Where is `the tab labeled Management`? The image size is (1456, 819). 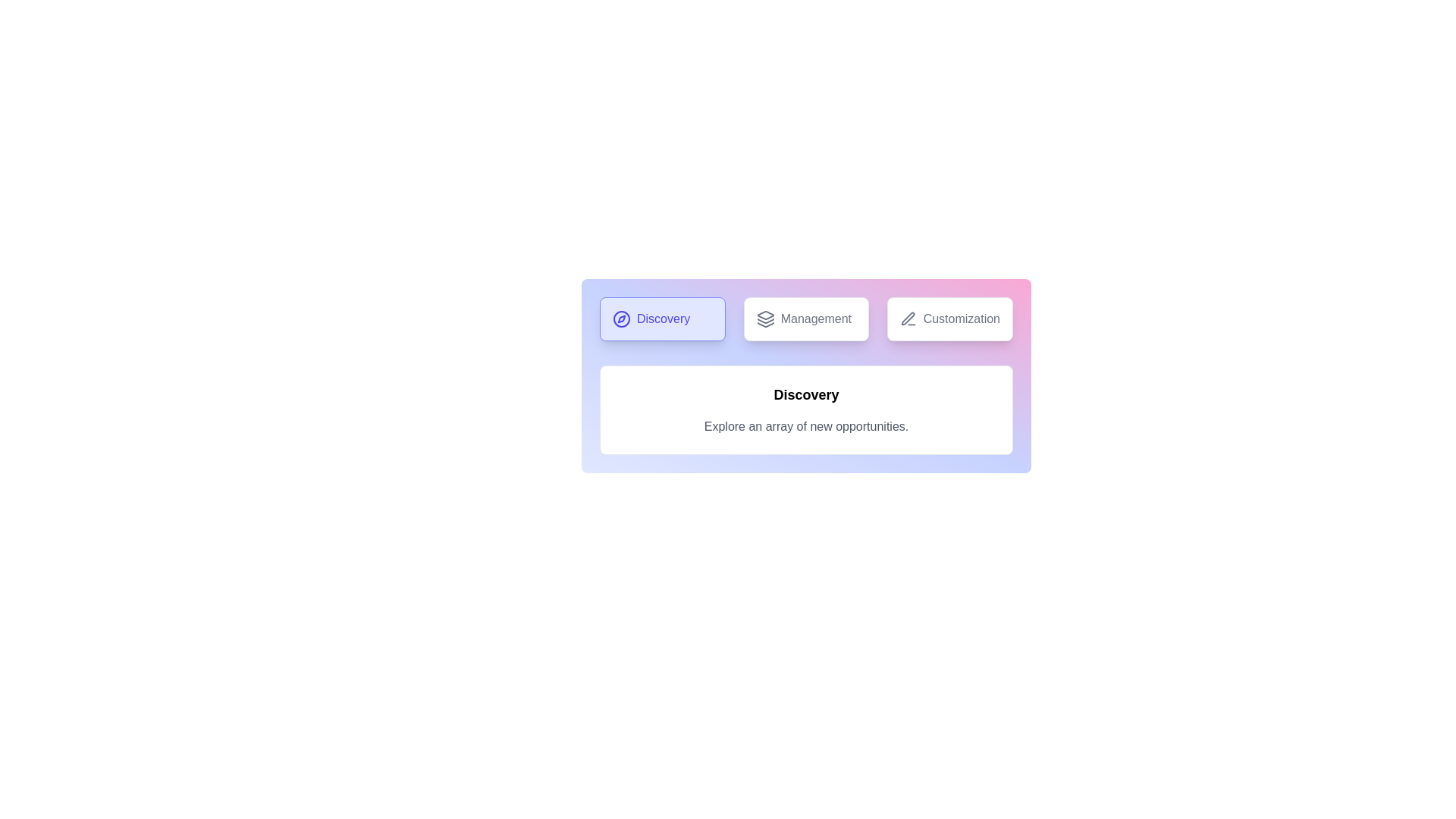 the tab labeled Management is located at coordinates (805, 318).